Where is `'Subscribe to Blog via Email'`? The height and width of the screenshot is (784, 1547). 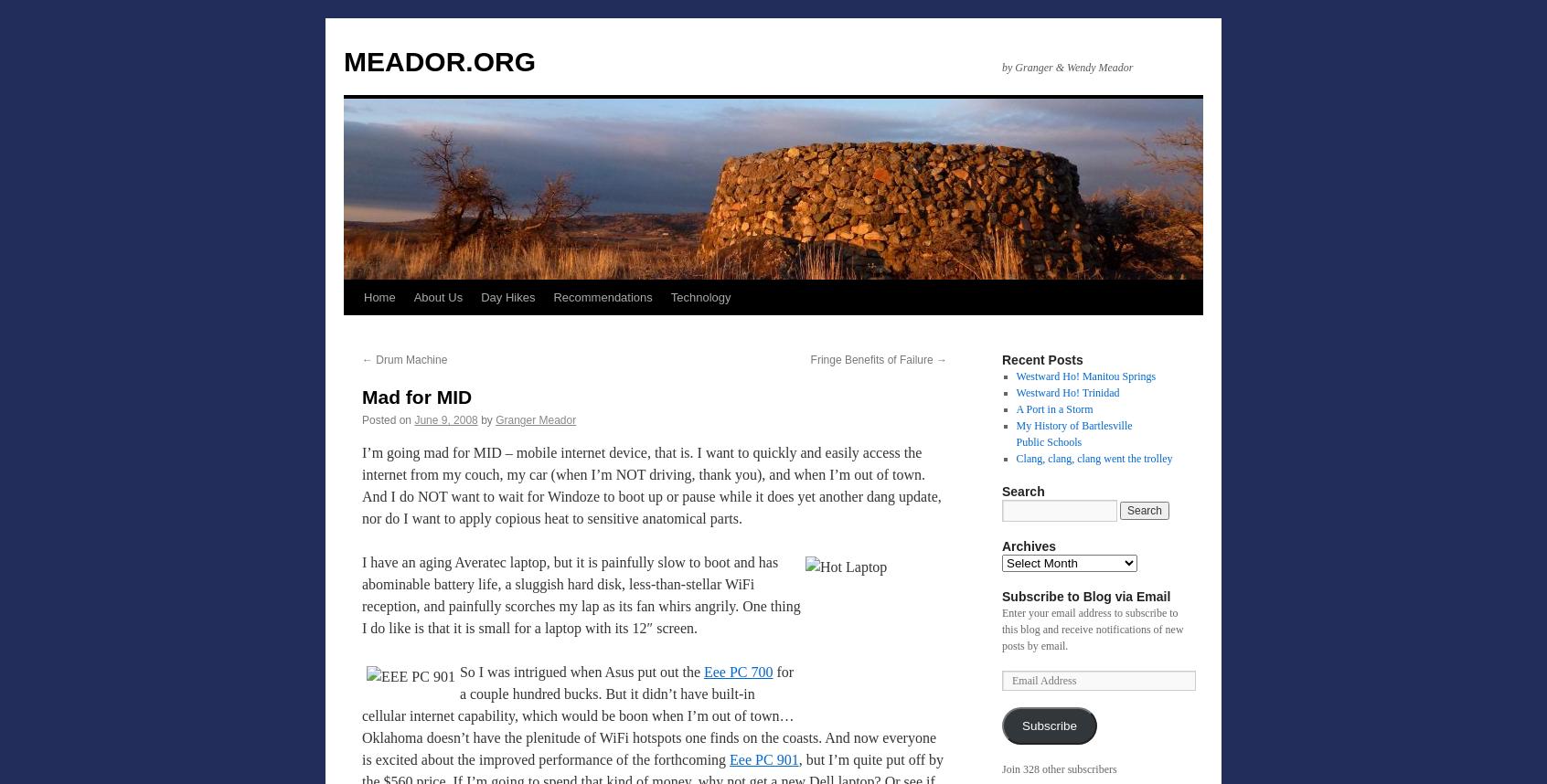
'Subscribe to Blog via Email' is located at coordinates (1084, 596).